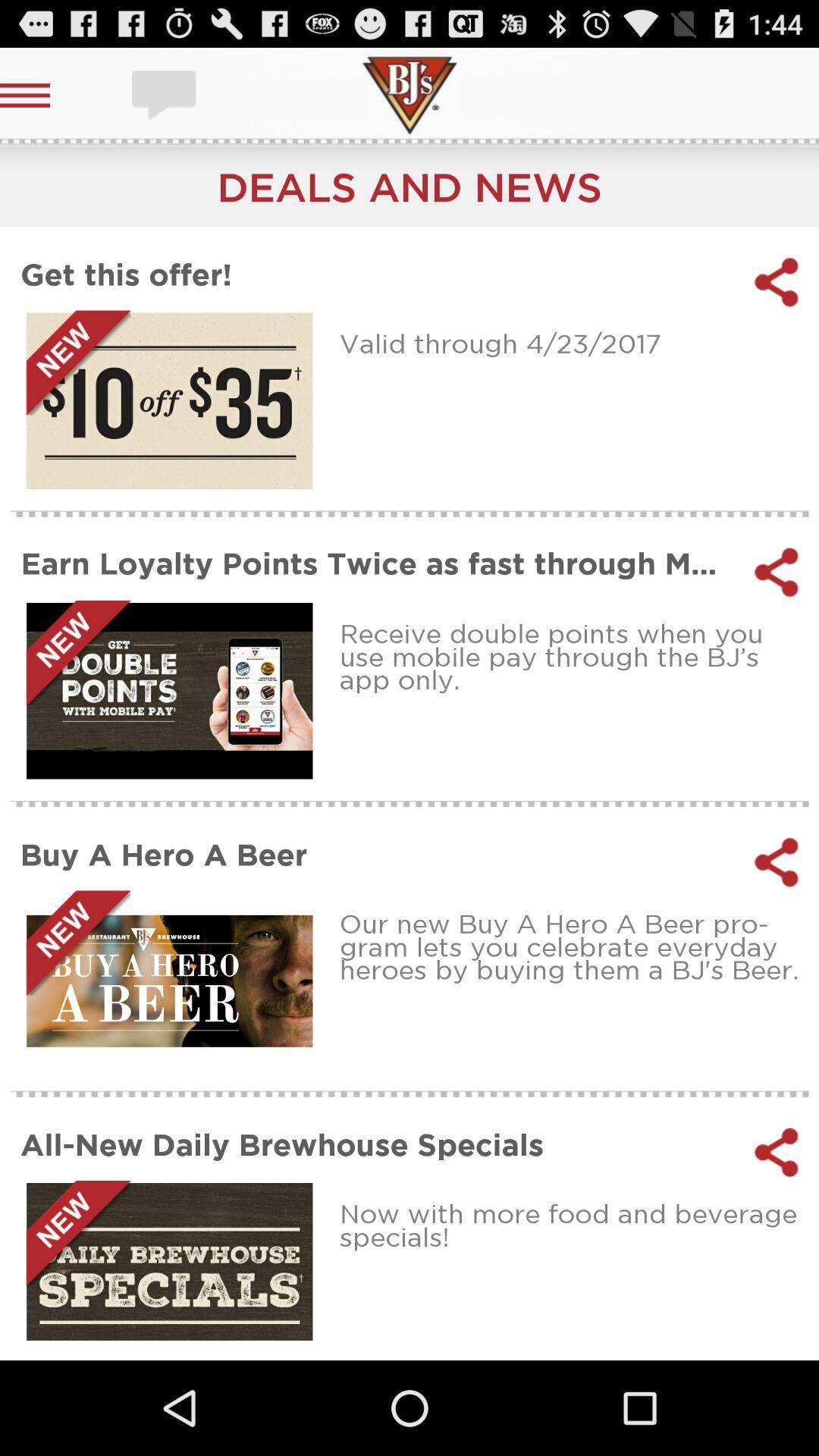  What do you see at coordinates (574, 342) in the screenshot?
I see `the valid through 4 app` at bounding box center [574, 342].